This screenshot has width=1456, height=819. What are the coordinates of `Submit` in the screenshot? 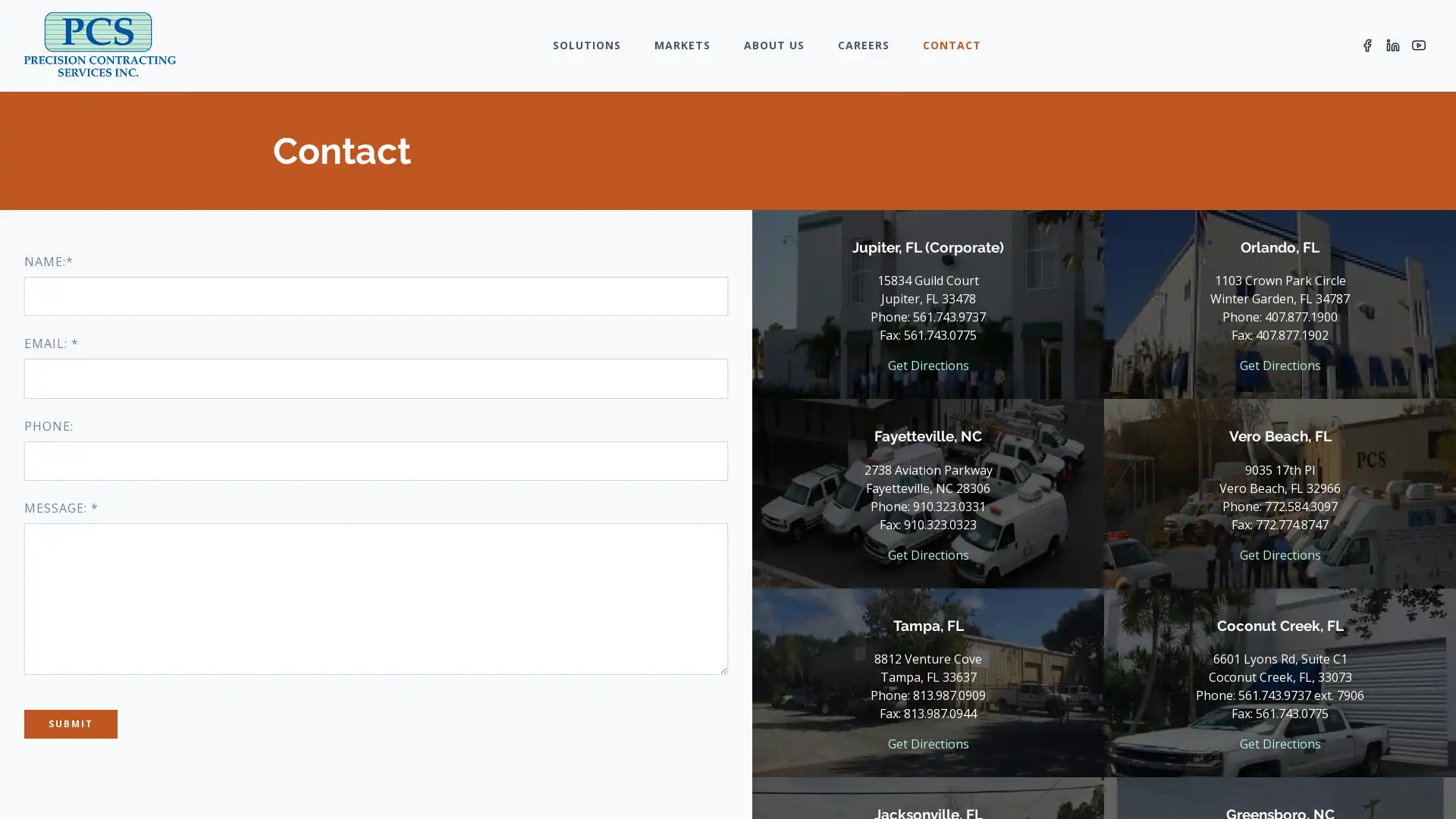 It's located at (70, 723).